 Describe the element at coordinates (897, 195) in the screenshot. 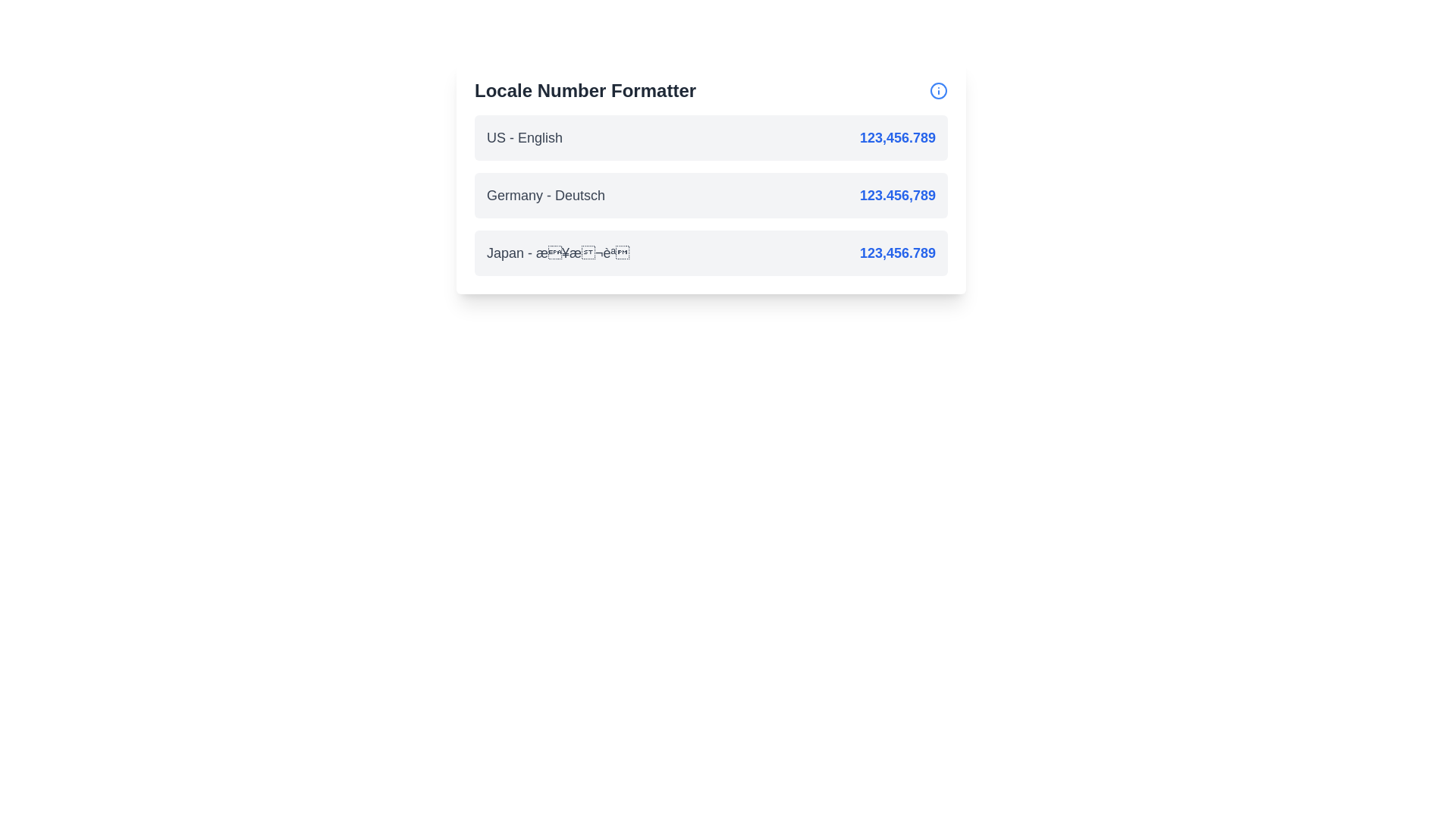

I see `the text displaying the value '123.456,789' in bold blue font, which is aligned with the column of formatted numbers and located to the right of the label 'Germany - Deutsch'` at that location.